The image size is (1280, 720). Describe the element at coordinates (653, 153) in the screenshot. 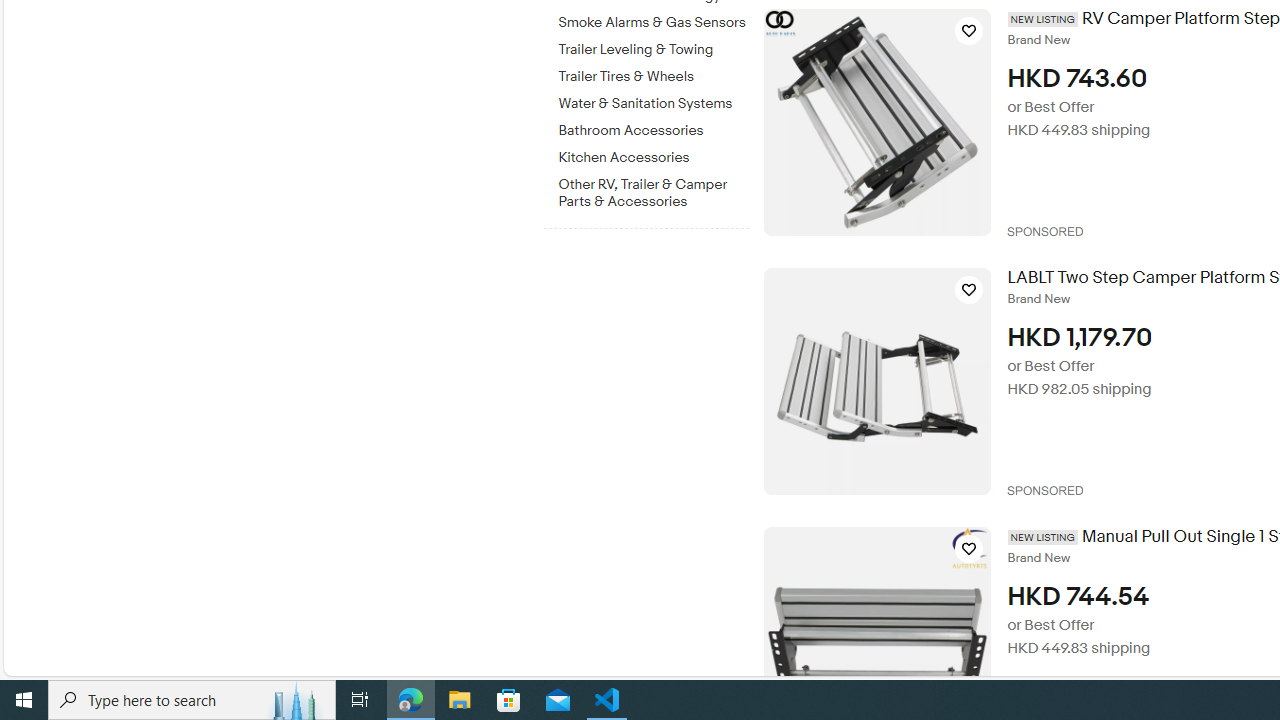

I see `'Kitchen Accessories'` at that location.